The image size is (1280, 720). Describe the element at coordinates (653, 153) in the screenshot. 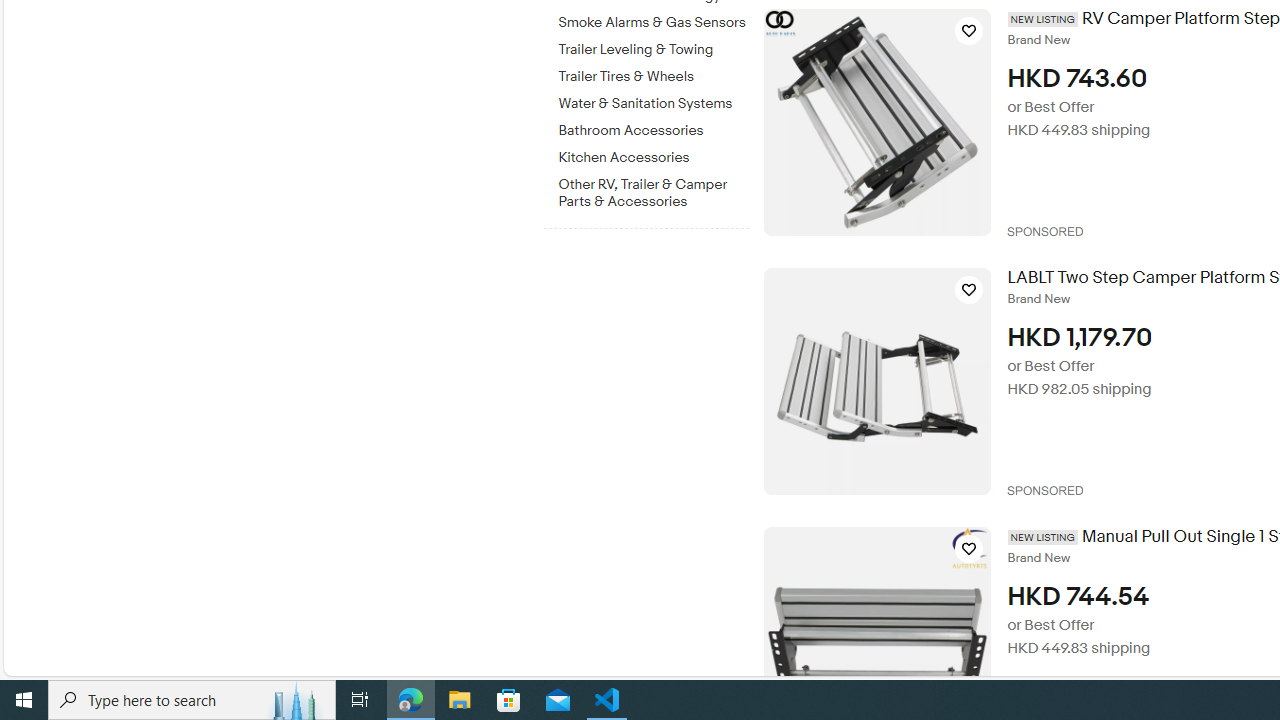

I see `'Kitchen Accessories'` at that location.